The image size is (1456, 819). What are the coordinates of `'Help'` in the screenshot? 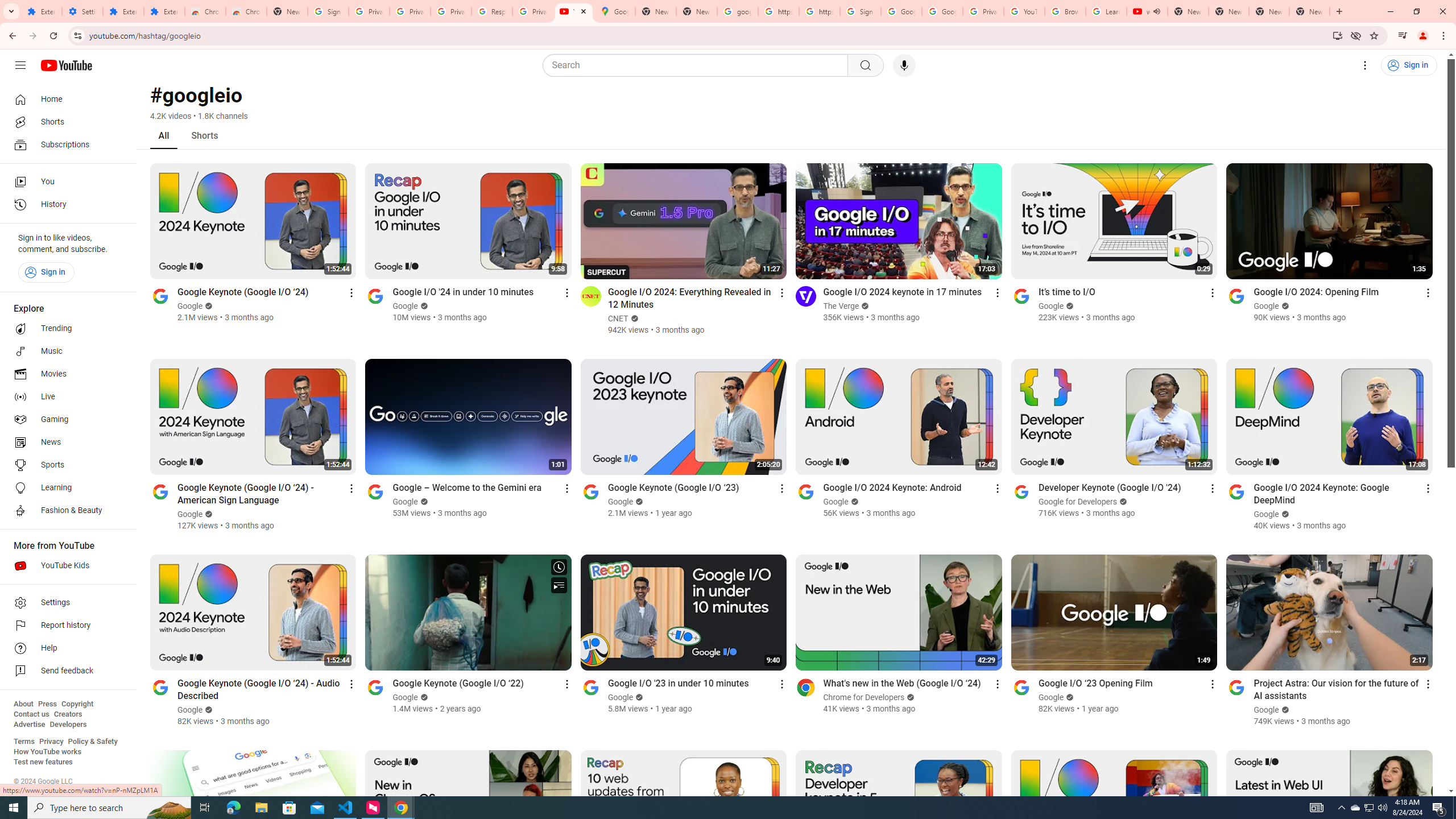 It's located at (64, 648).